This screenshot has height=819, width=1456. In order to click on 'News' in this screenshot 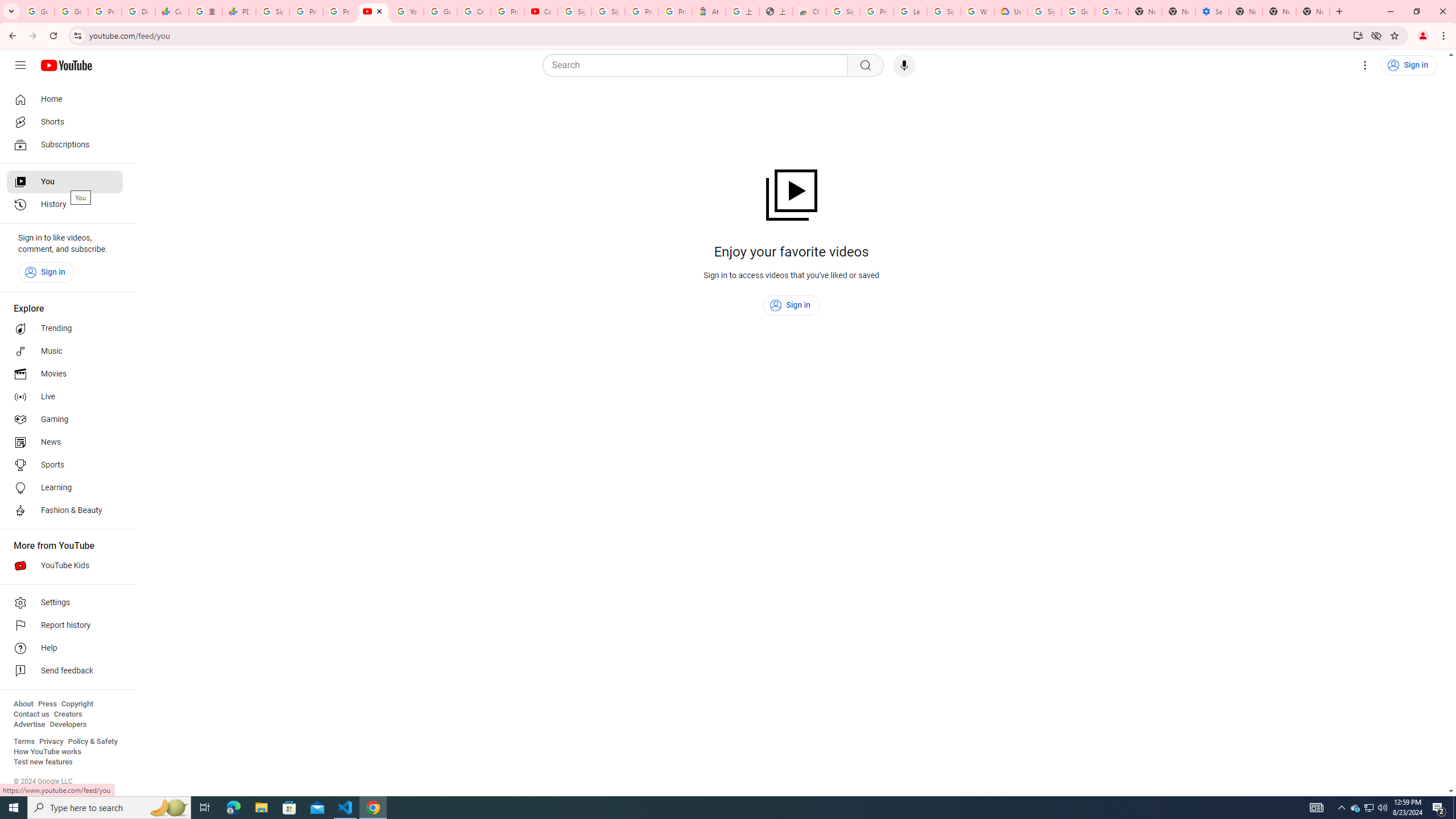, I will do `click(64, 442)`.